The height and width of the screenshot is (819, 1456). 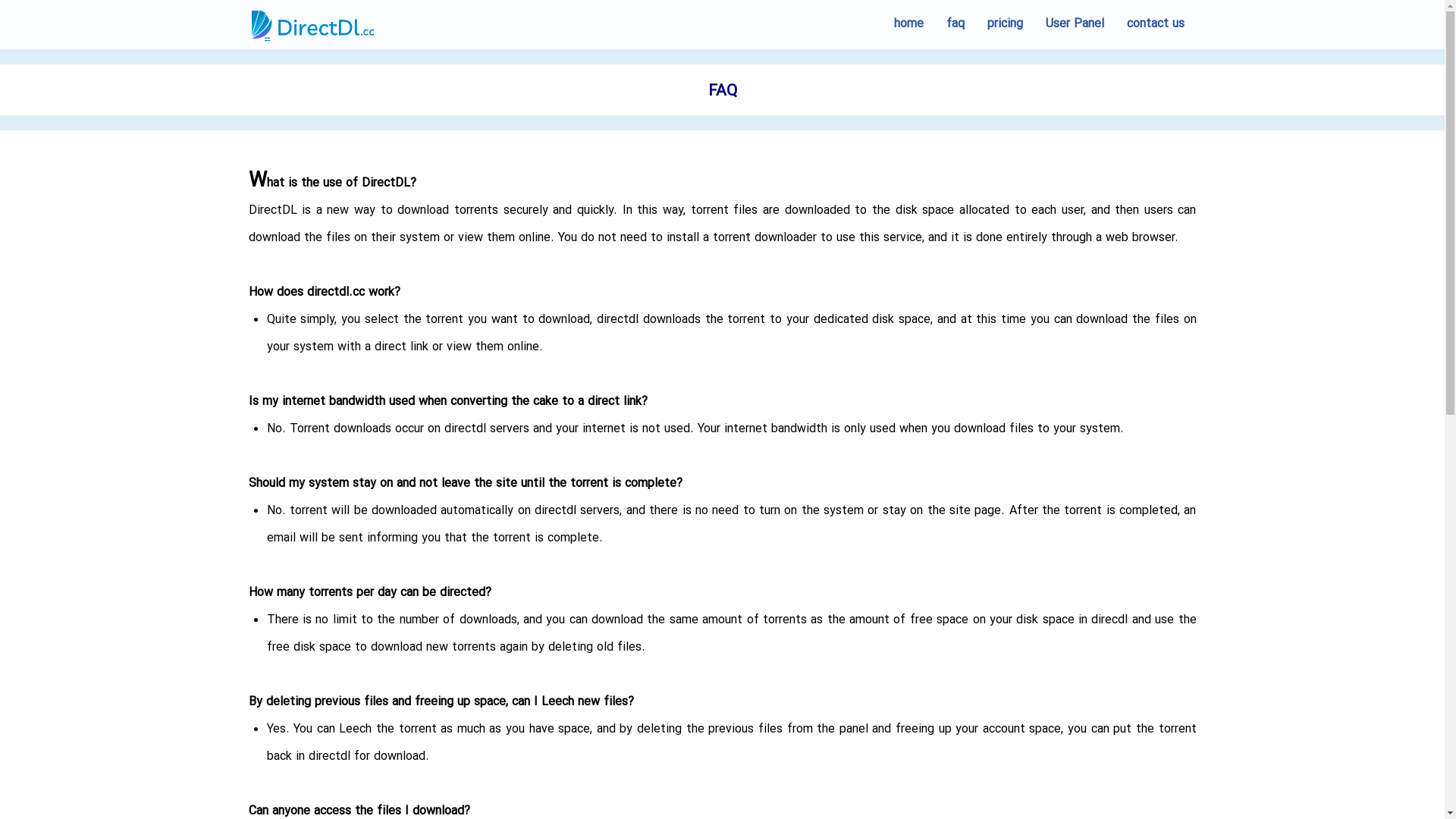 What do you see at coordinates (1153, 24) in the screenshot?
I see `'contact us'` at bounding box center [1153, 24].